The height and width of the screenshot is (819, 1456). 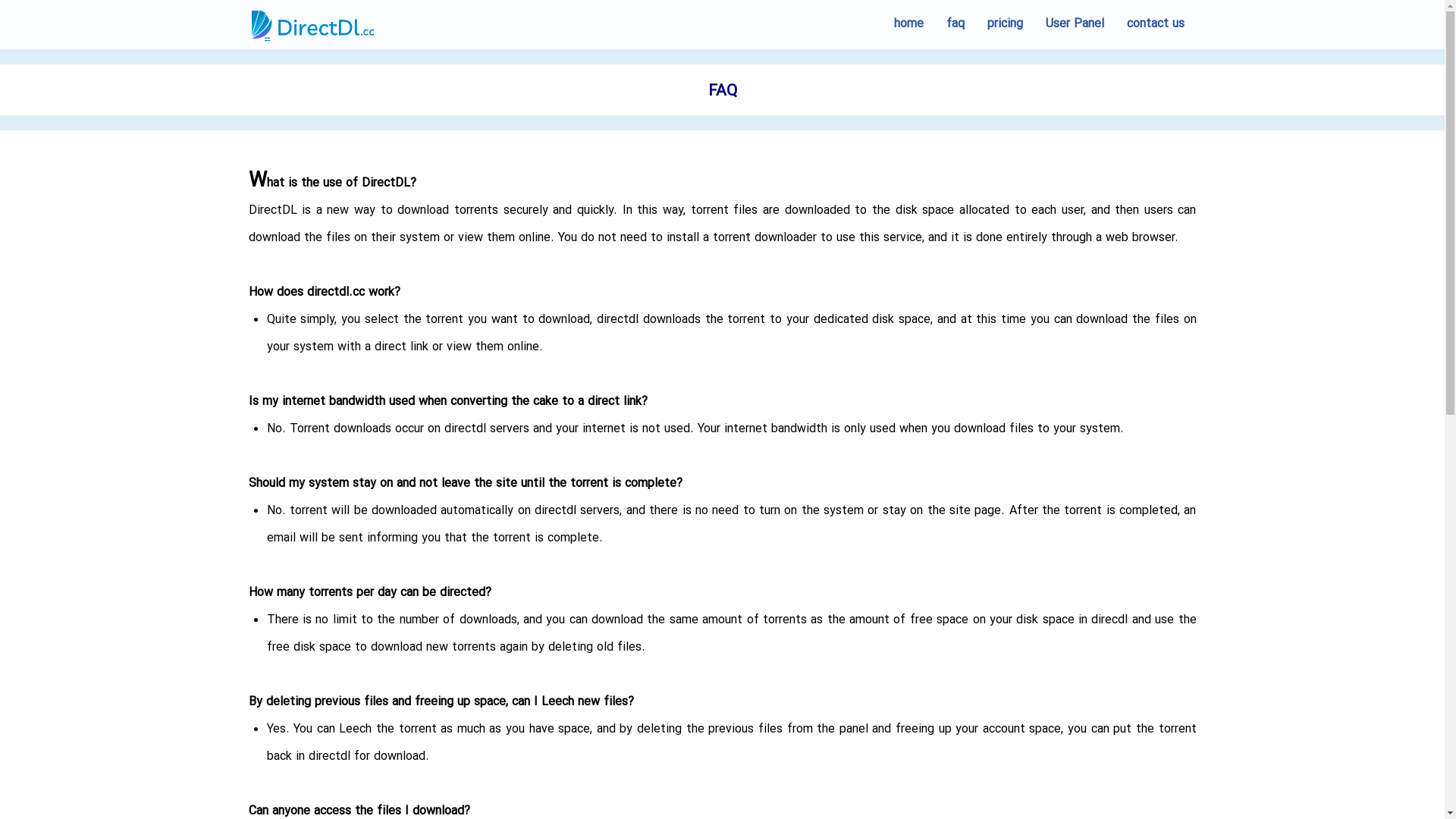 What do you see at coordinates (1153, 24) in the screenshot?
I see `'contact us'` at bounding box center [1153, 24].